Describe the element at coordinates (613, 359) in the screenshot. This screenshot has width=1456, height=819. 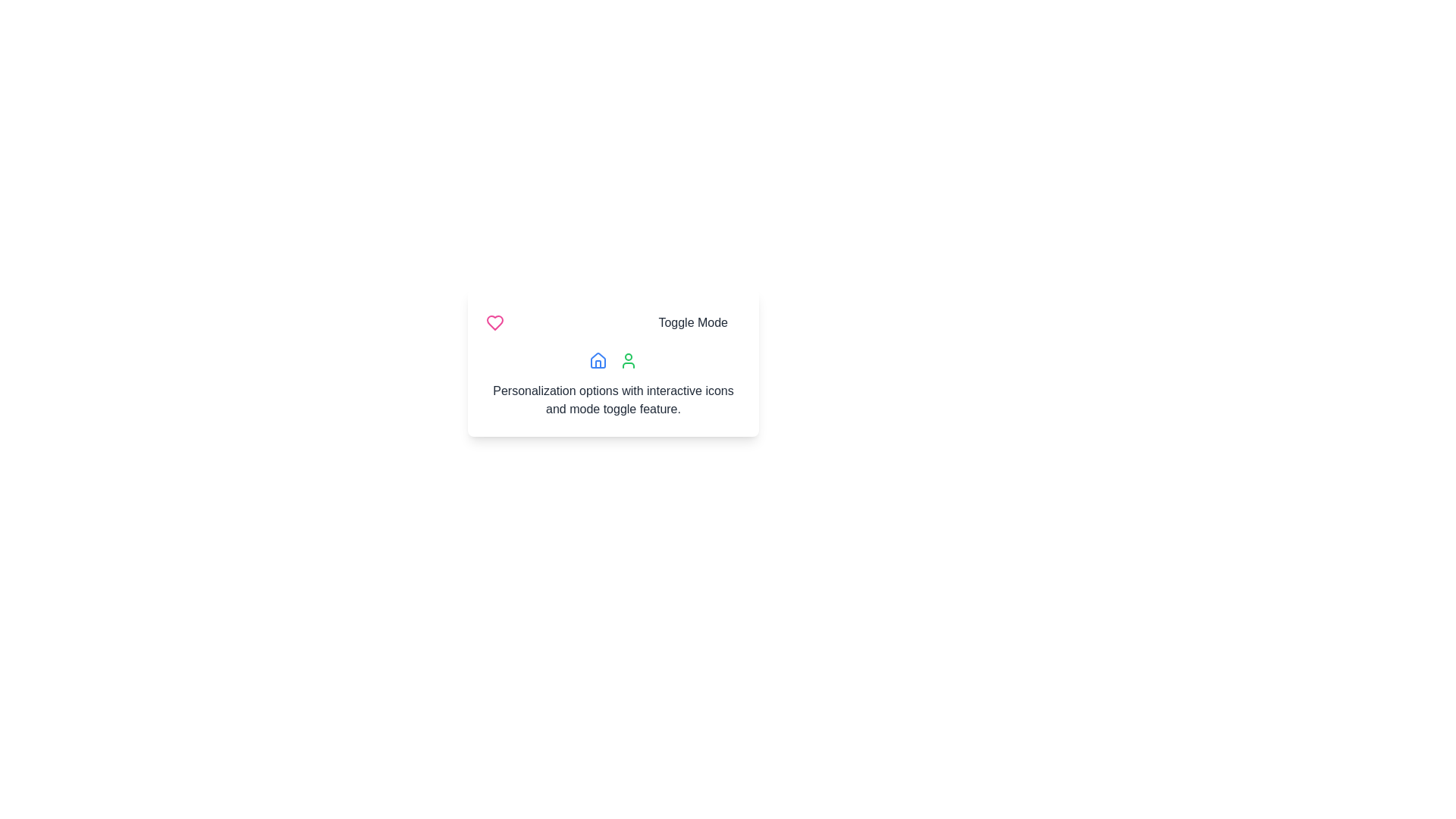
I see `the blue house icon in the interactive visual icons for toggling or selection element located beneath 'Toggle Mode'` at that location.